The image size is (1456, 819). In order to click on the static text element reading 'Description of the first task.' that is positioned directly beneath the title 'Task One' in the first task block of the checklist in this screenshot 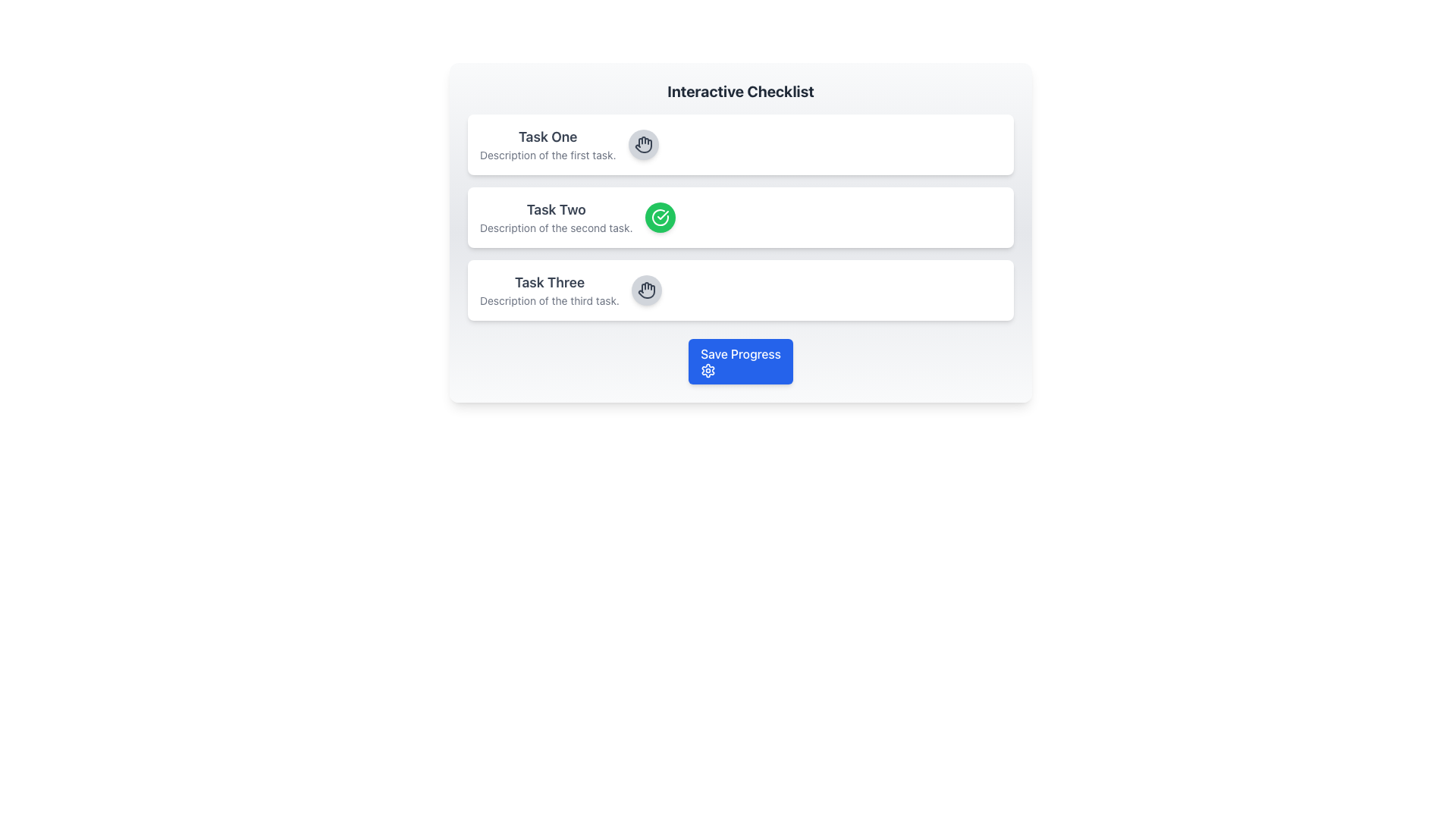, I will do `click(547, 155)`.